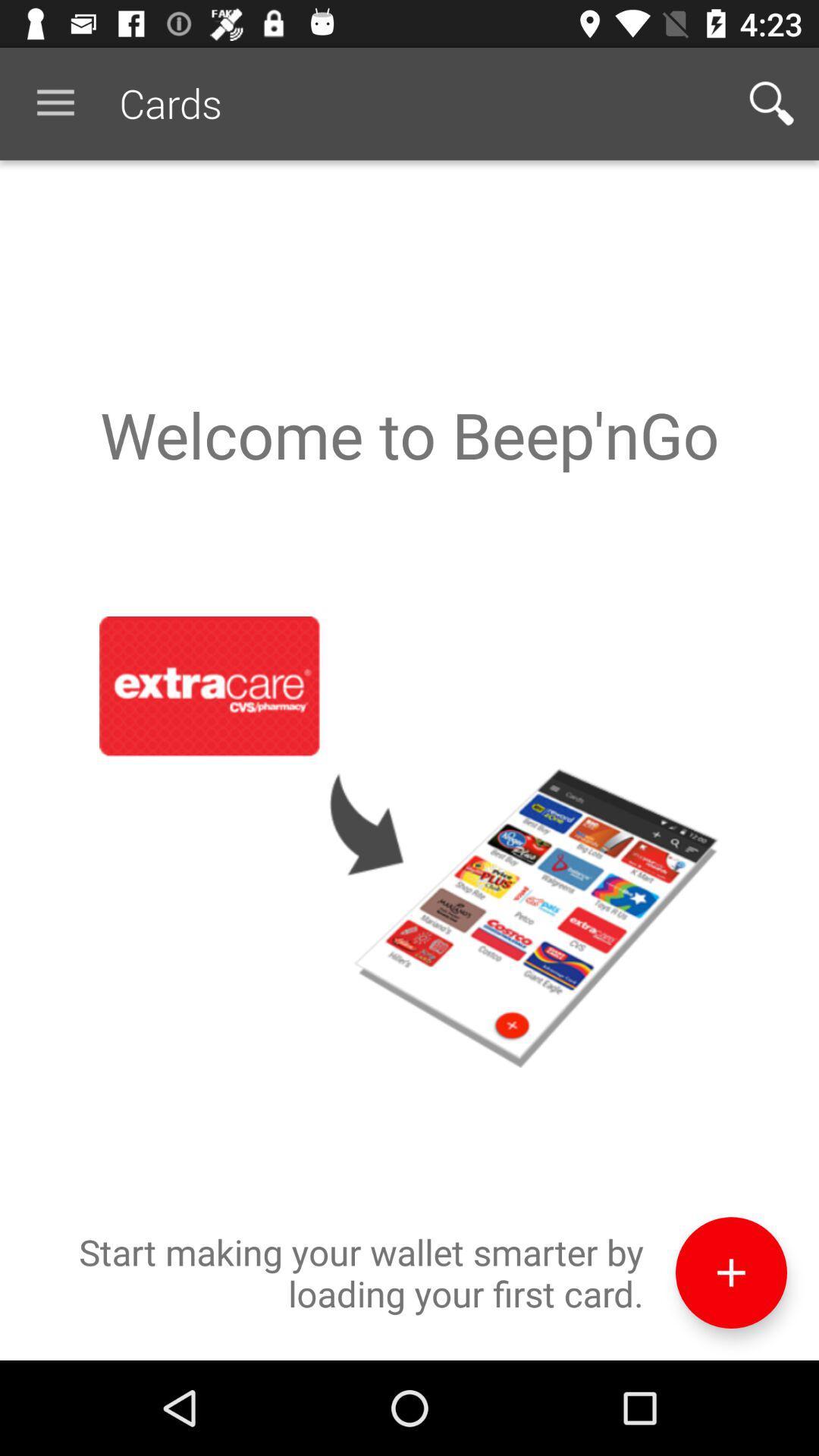  Describe the element at coordinates (730, 1272) in the screenshot. I see `item next to the start making your` at that location.